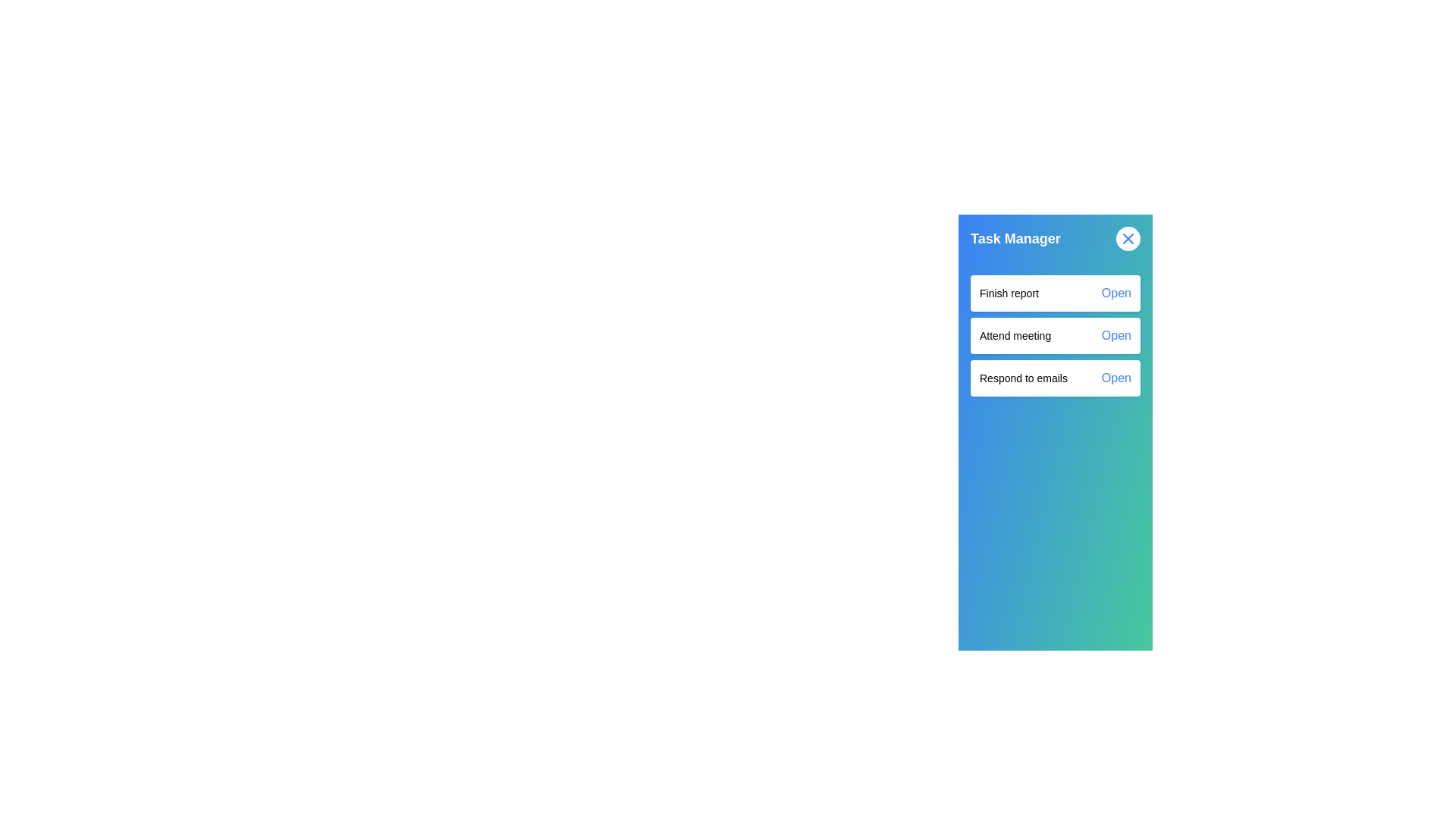 The width and height of the screenshot is (1456, 819). What do you see at coordinates (1128, 239) in the screenshot?
I see `the 'X' icon button with a blue color and circular white background in the top-right corner of the 'Task Manager' panel` at bounding box center [1128, 239].